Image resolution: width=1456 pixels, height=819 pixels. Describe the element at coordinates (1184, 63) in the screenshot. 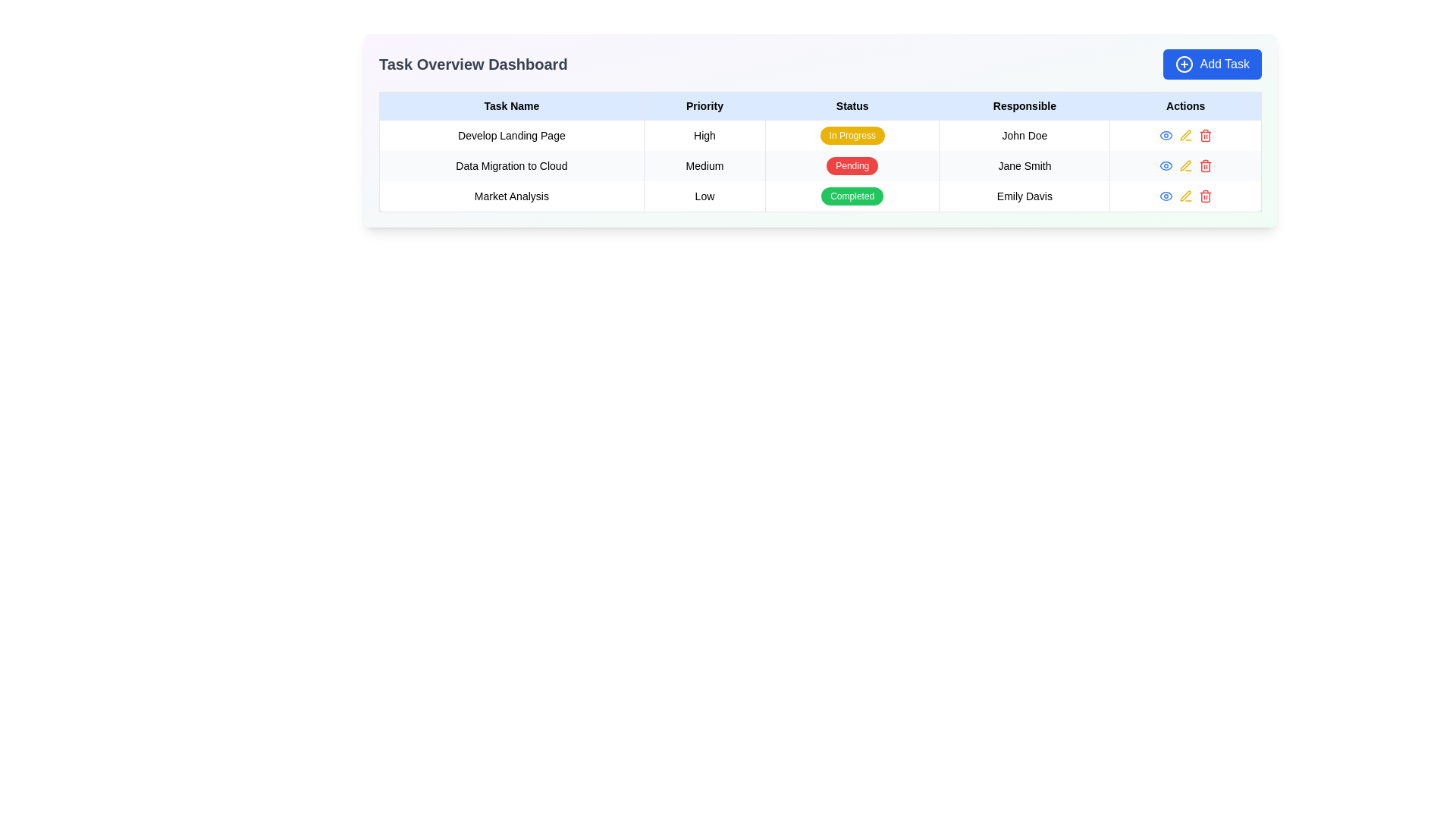

I see `the circular blue icon with a '+' sign located to the left of the 'Add Task' text` at that location.